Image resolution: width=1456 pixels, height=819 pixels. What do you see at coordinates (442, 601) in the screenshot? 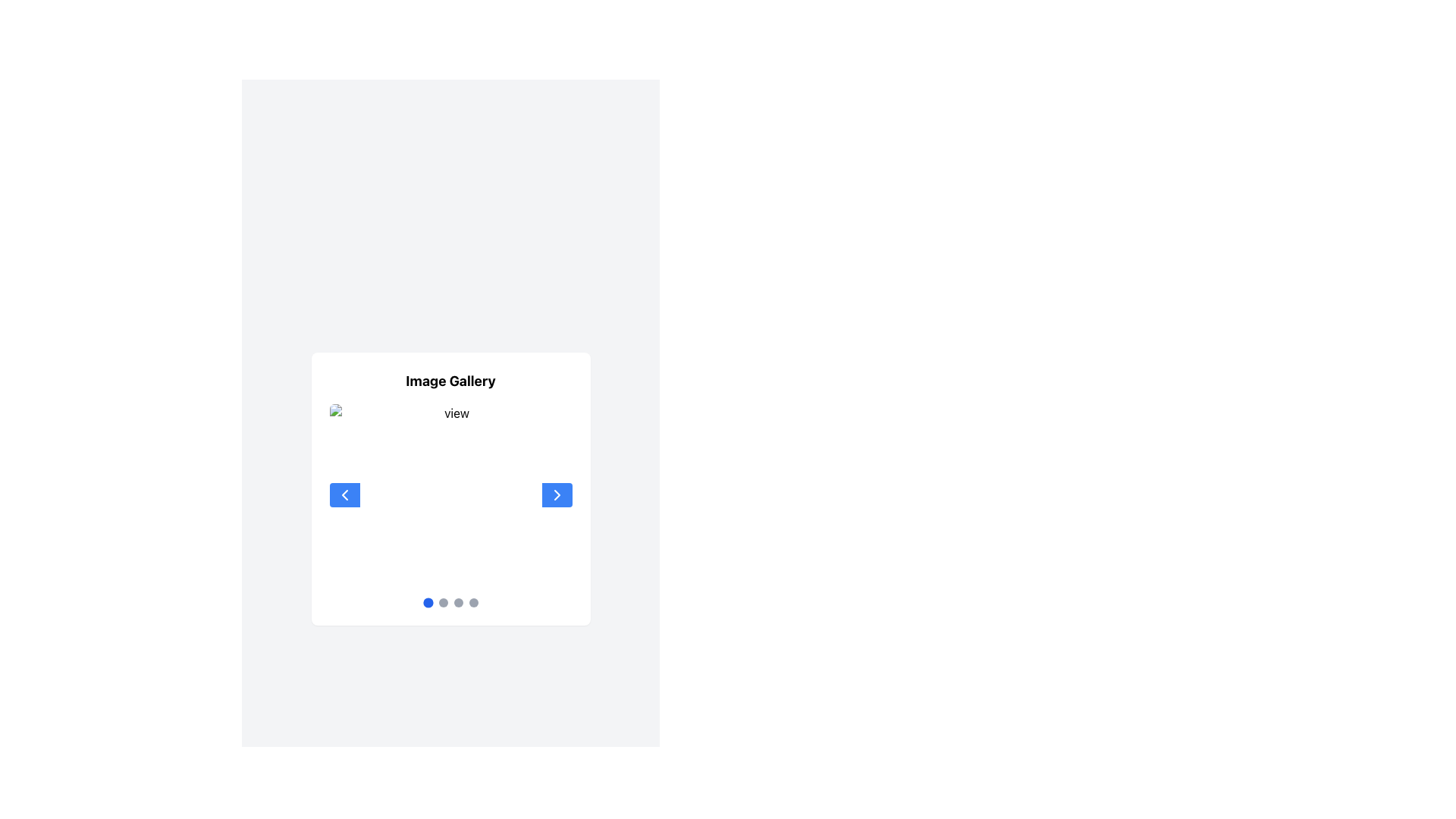
I see `the second circular navigation indicator, which is gray and located at the bottom center of the content box` at bounding box center [442, 601].